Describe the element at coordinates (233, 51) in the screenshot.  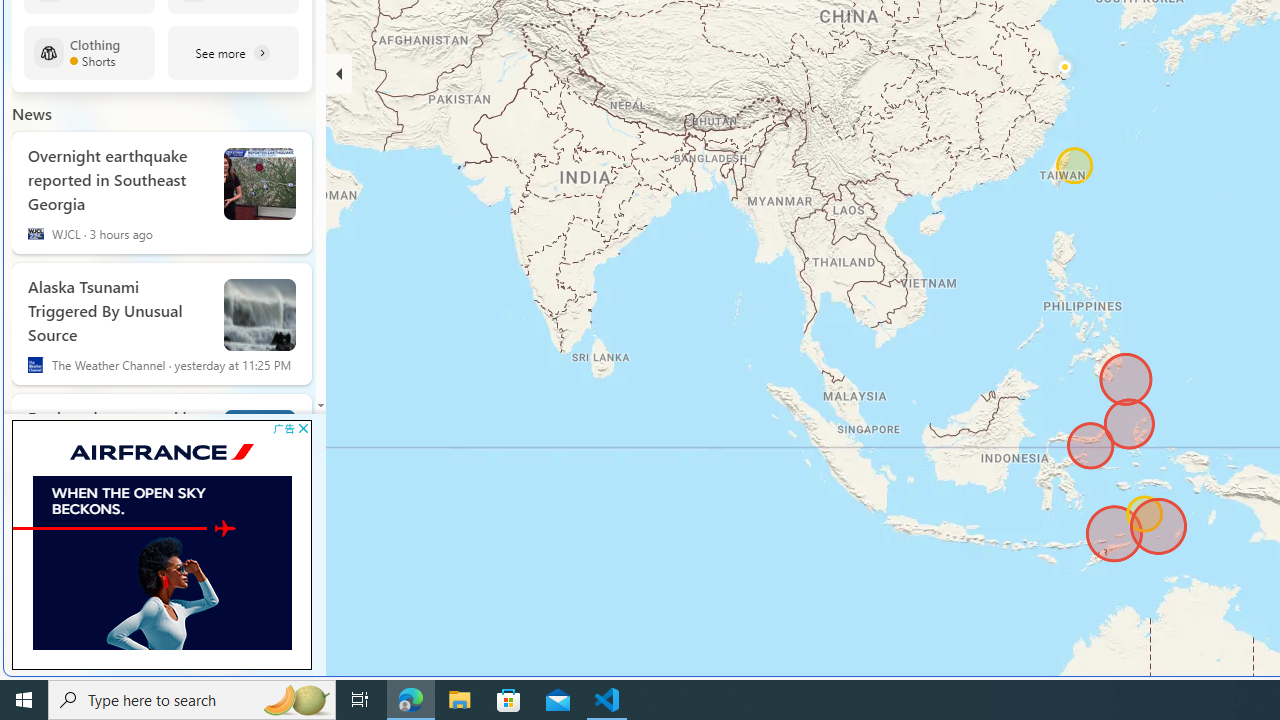
I see `'See more'` at that location.